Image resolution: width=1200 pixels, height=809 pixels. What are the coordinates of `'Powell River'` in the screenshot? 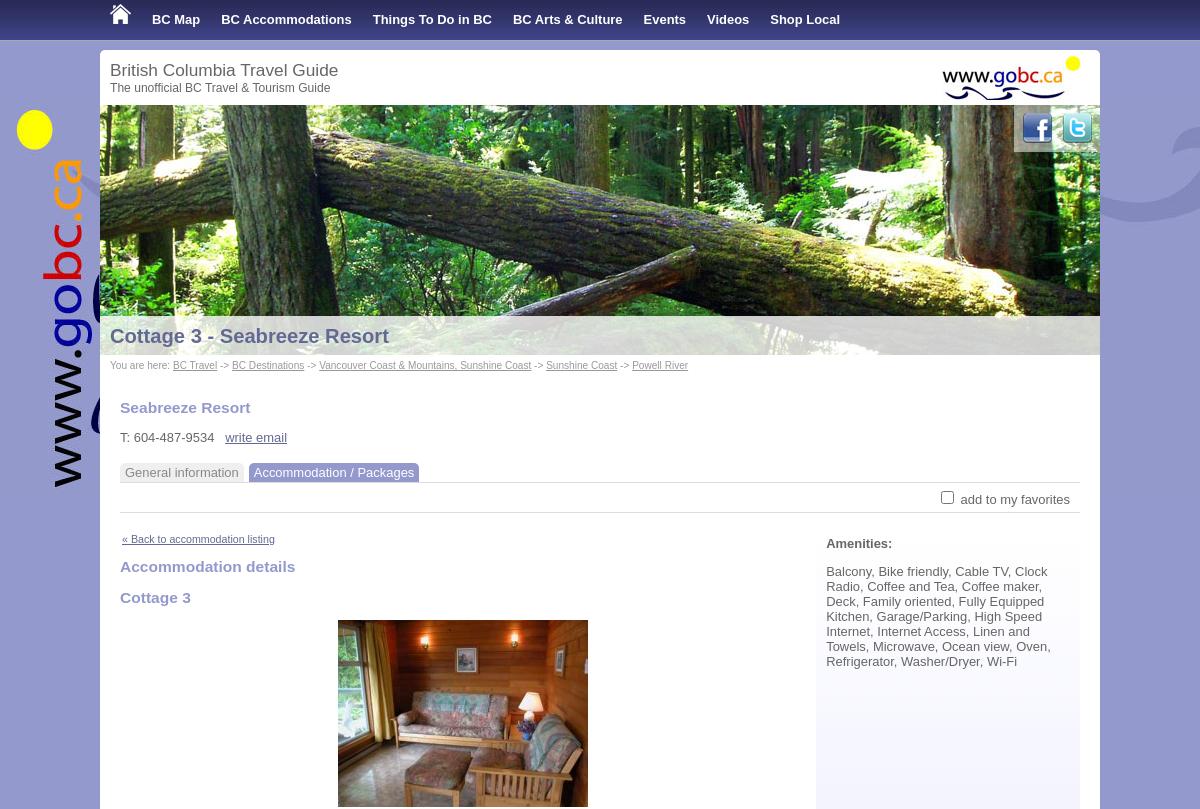 It's located at (632, 365).